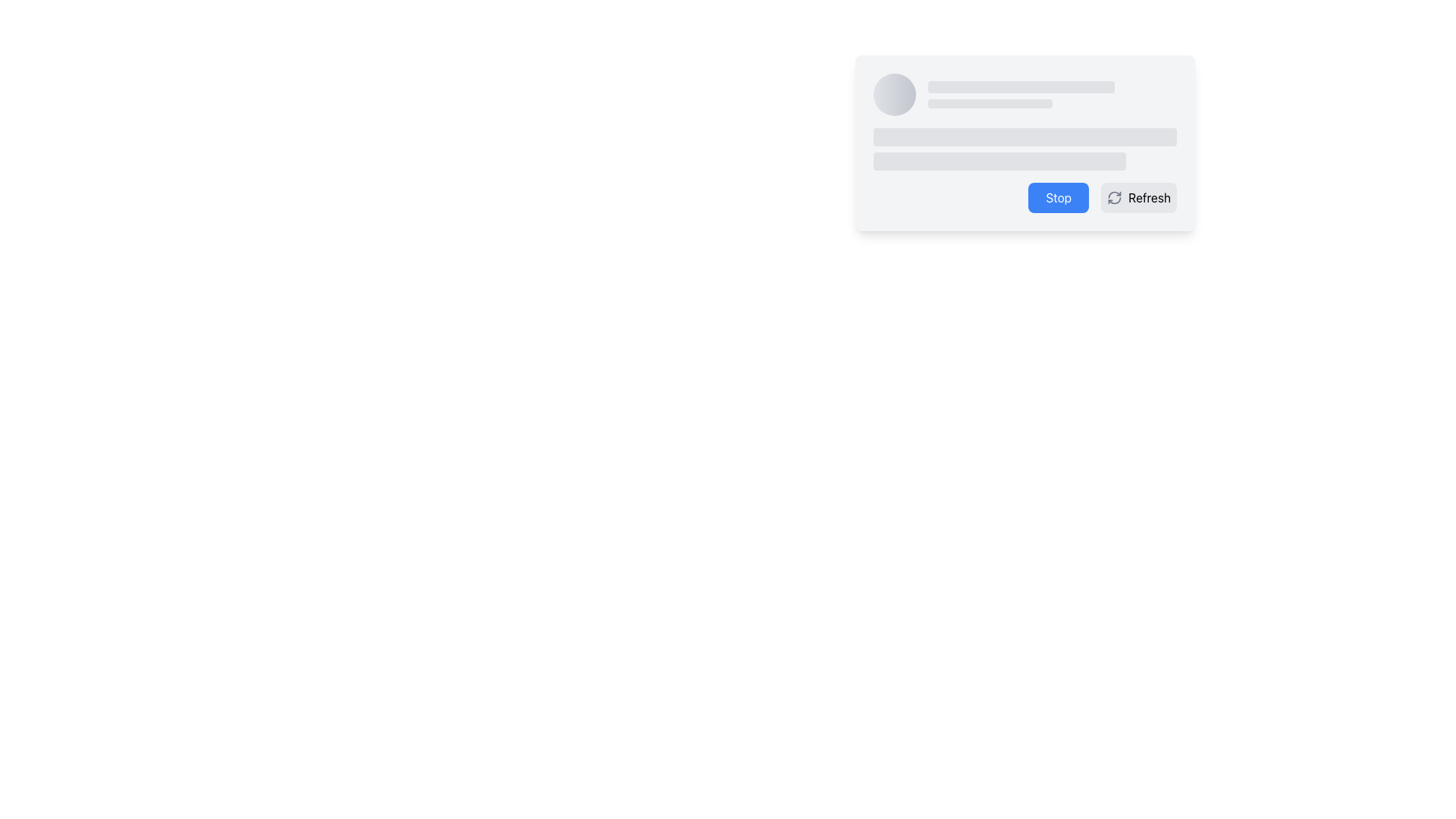  What do you see at coordinates (1025, 149) in the screenshot?
I see `the Loading Placeholder Component, which consists of two vertically stacked rectangular bars in a grayscale theme, located above the 'Stop' and 'Refresh' buttons` at bounding box center [1025, 149].